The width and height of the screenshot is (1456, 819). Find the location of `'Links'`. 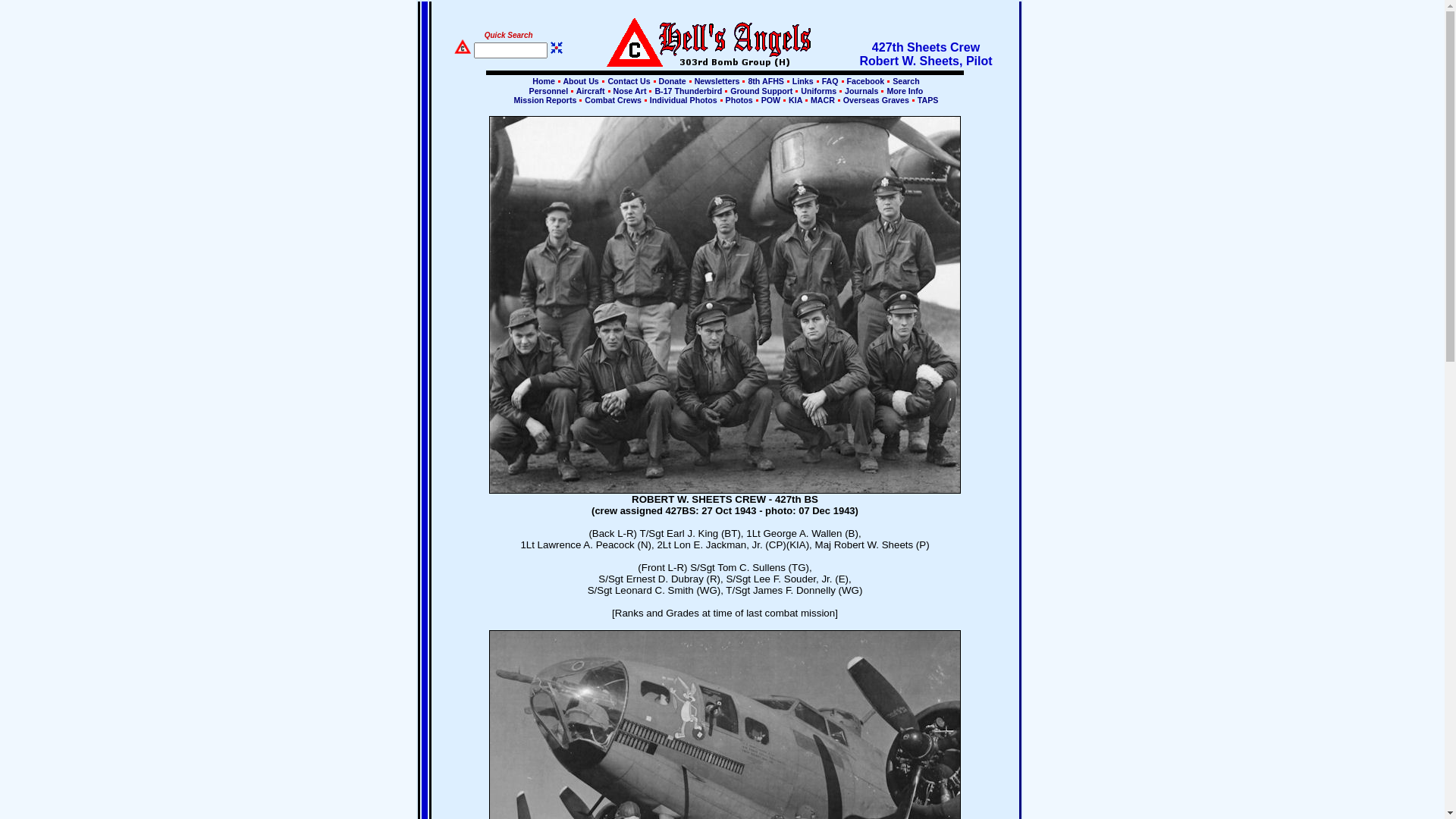

'Links' is located at coordinates (802, 81).